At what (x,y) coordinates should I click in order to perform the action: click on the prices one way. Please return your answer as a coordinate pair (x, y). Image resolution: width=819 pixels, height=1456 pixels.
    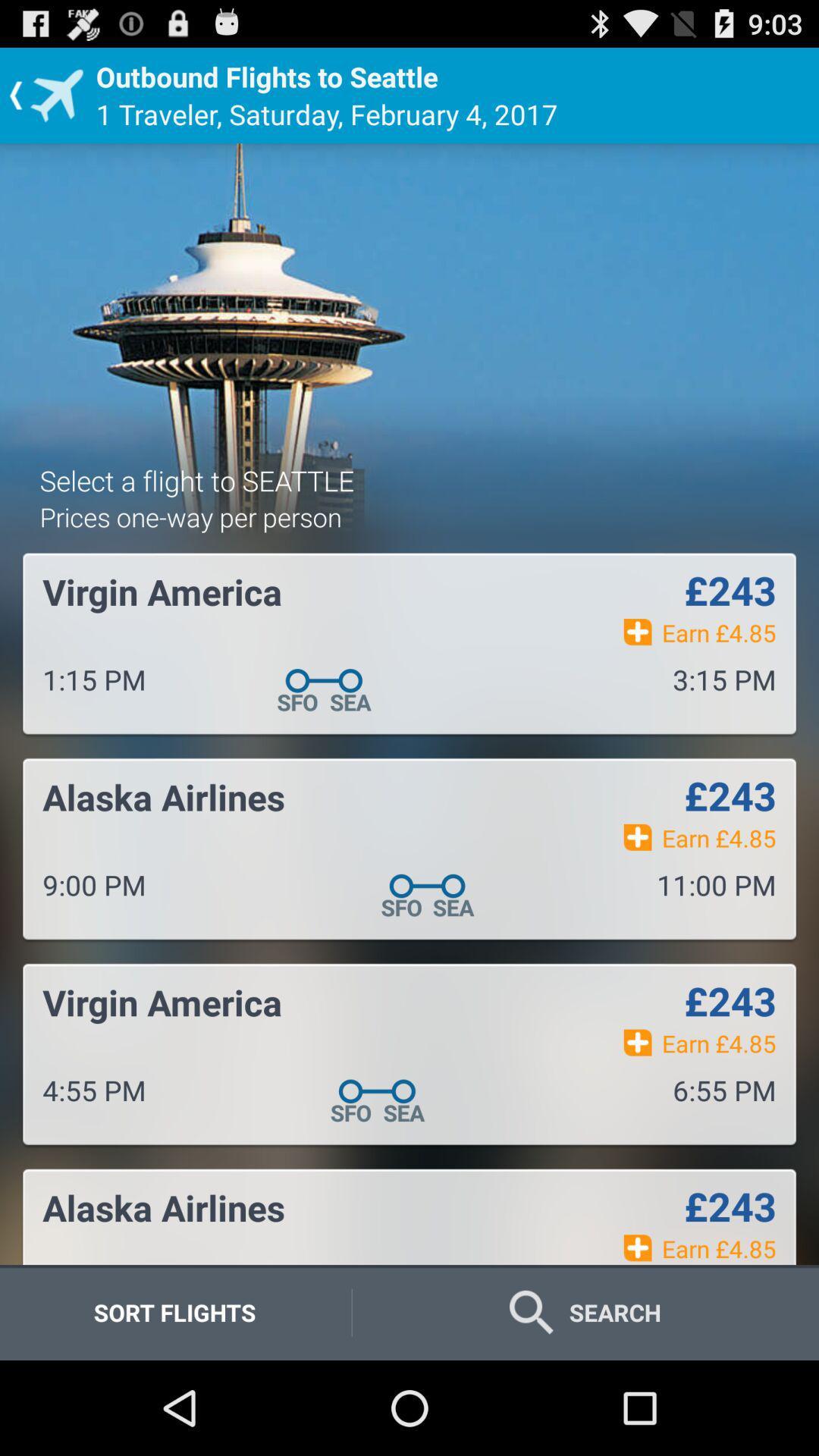
    Looking at the image, I should click on (190, 516).